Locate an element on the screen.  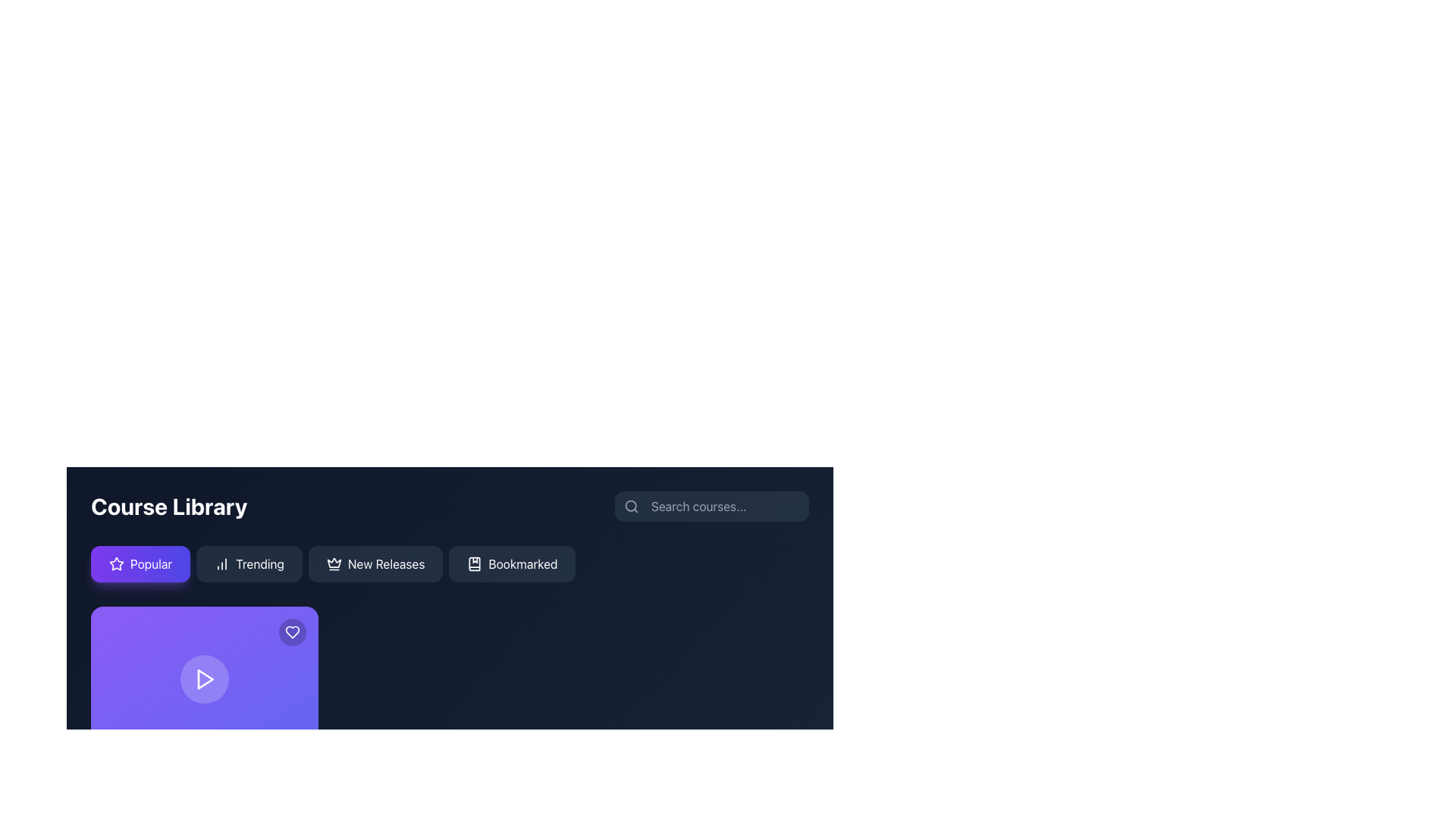
the star-shaped icon with a purple fill and white outline located in the top-left corner of the main content area is located at coordinates (115, 563).